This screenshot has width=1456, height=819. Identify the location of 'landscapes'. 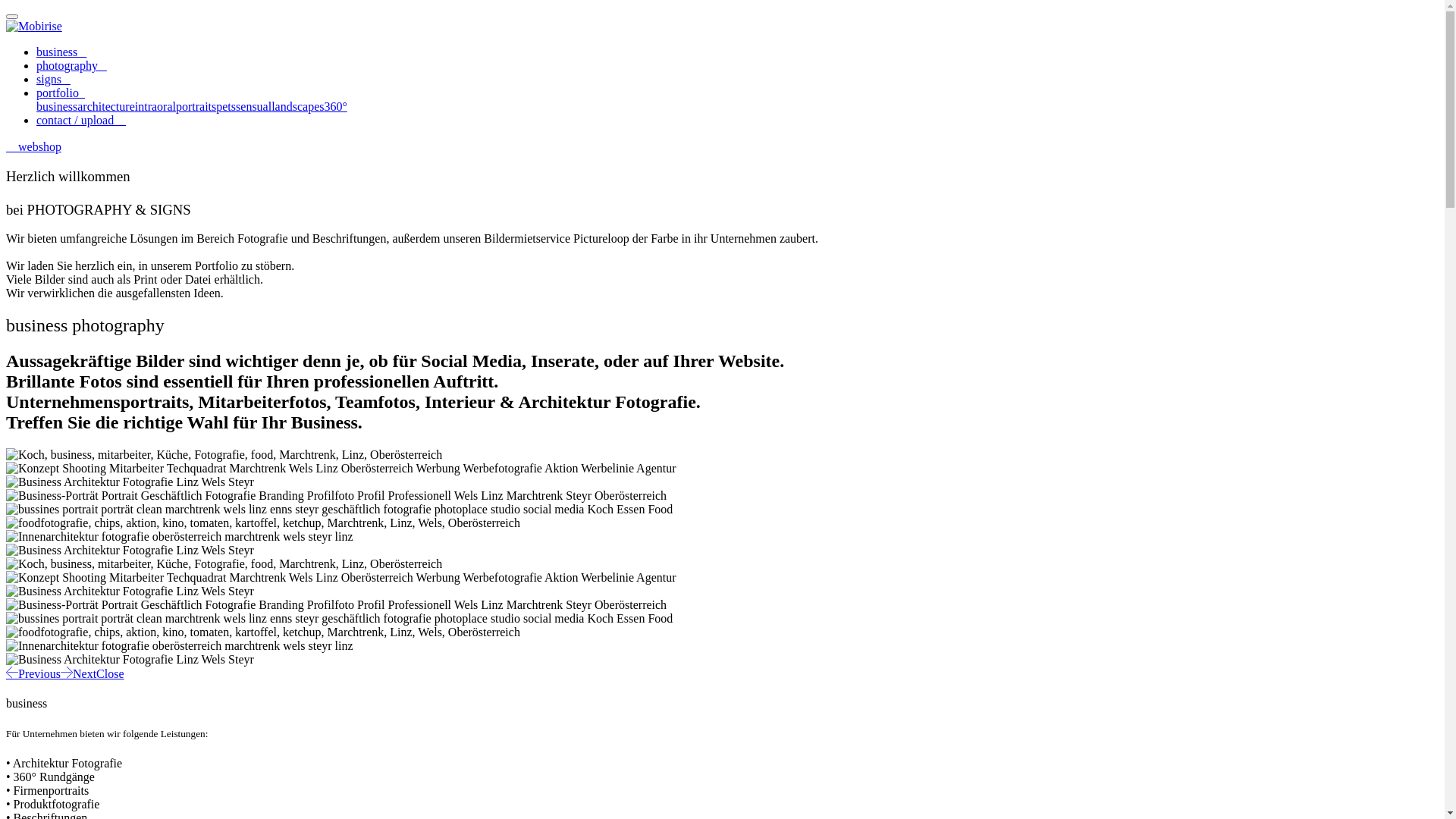
(271, 105).